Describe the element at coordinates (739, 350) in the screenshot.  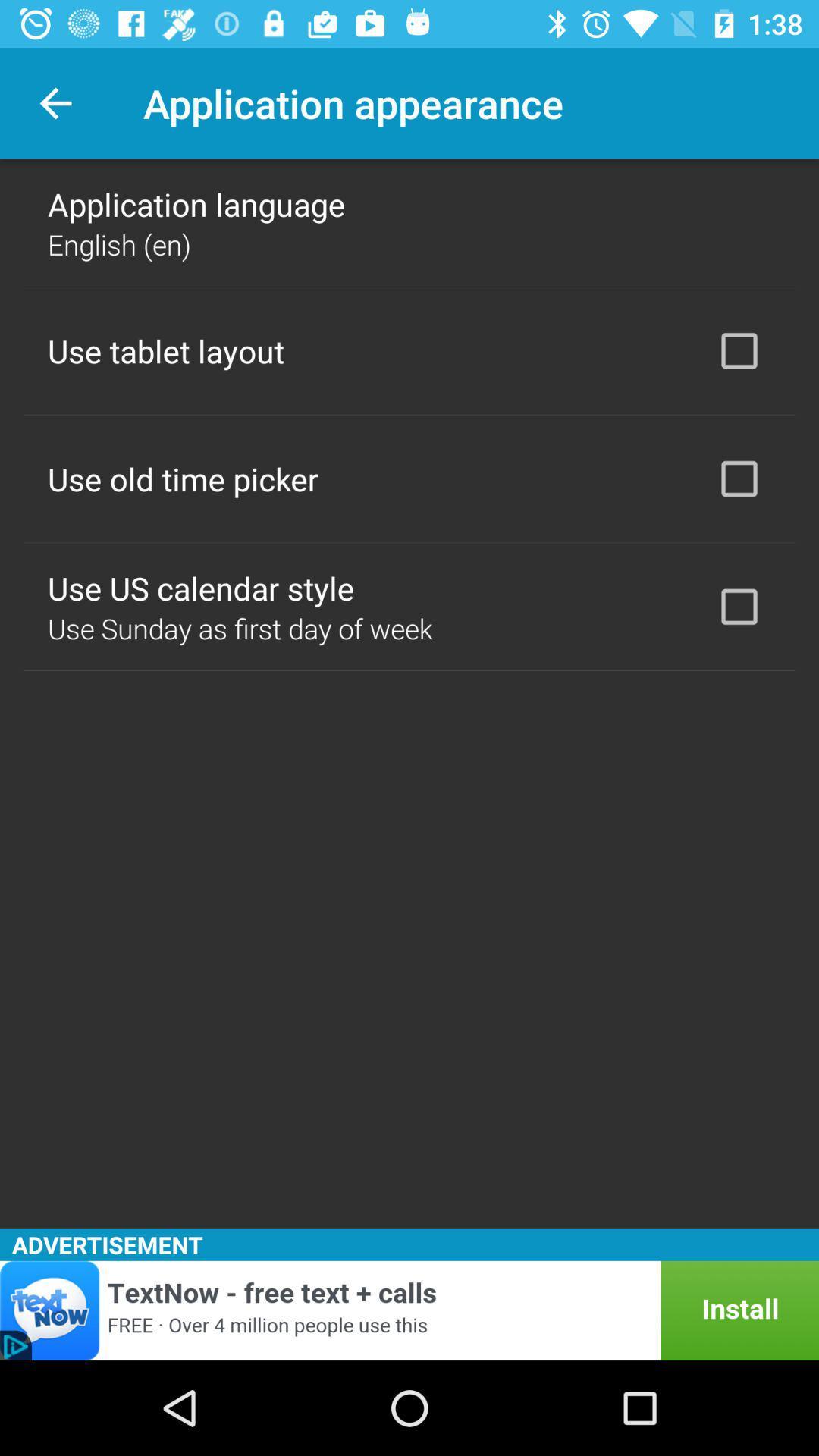
I see `check option` at that location.